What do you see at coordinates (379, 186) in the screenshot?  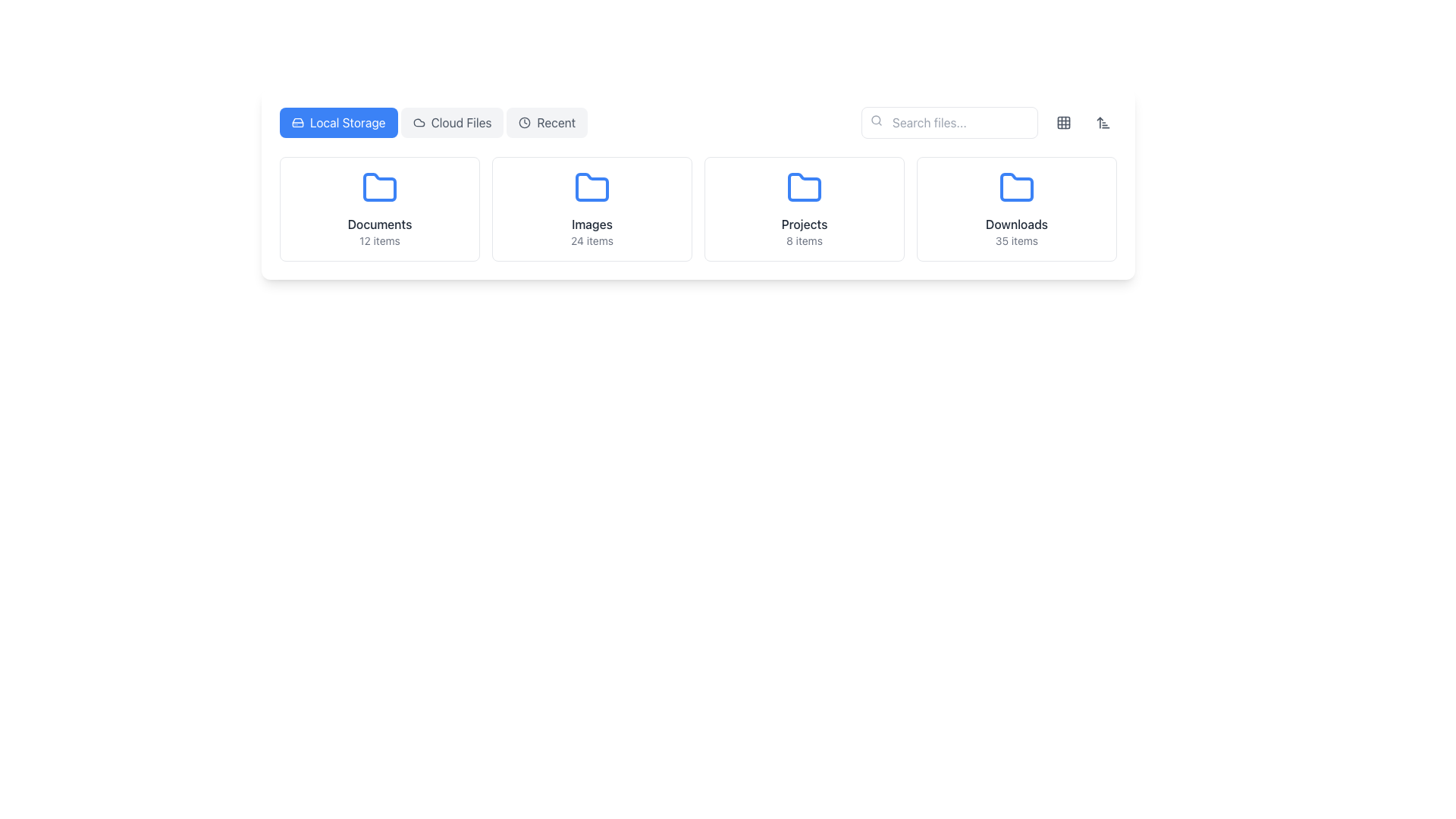 I see `the folder icon representing the 'Documents' directory` at bounding box center [379, 186].